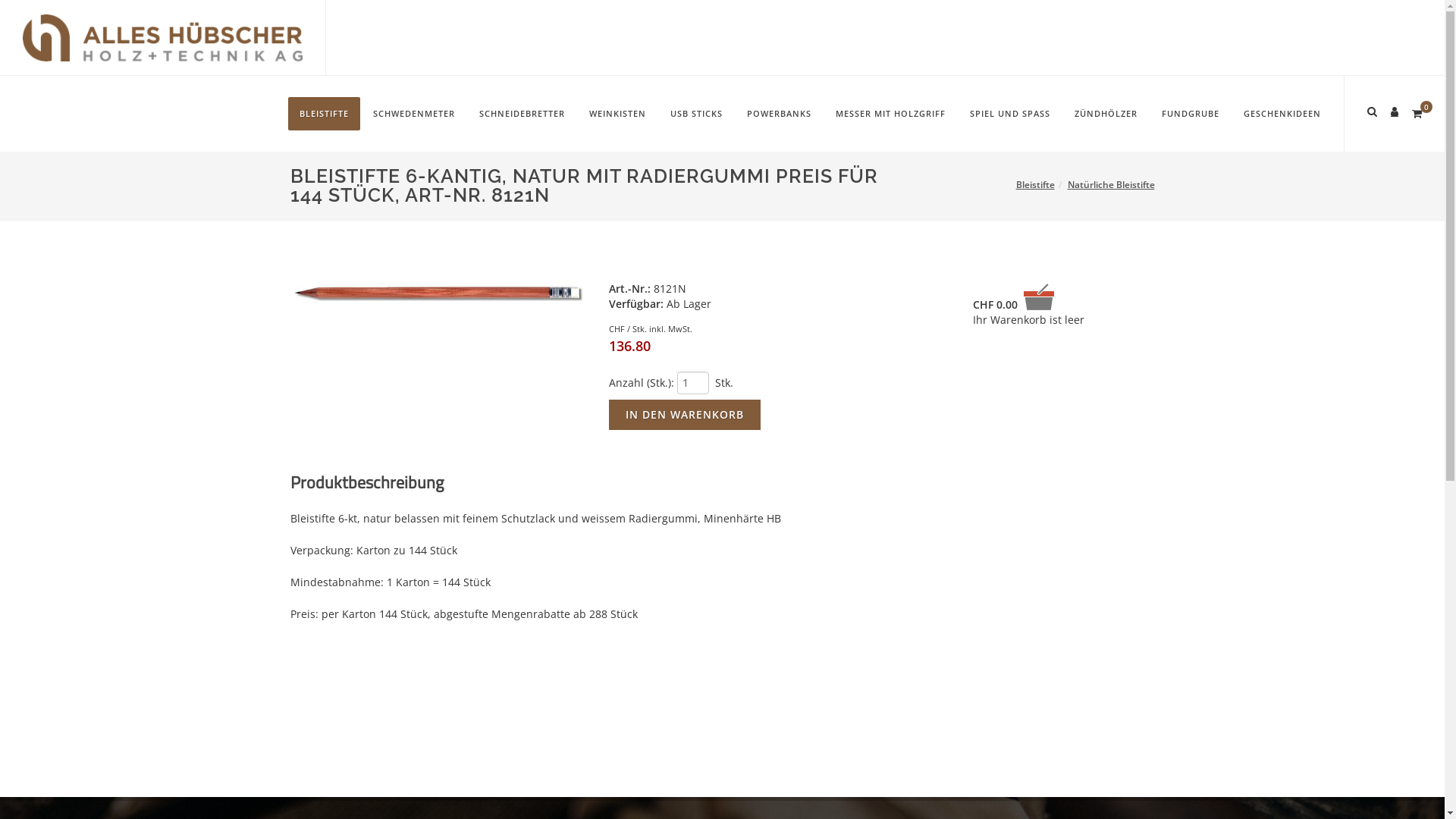 Image resolution: width=1456 pixels, height=819 pixels. I want to click on 'In den Warenkorb', so click(683, 415).